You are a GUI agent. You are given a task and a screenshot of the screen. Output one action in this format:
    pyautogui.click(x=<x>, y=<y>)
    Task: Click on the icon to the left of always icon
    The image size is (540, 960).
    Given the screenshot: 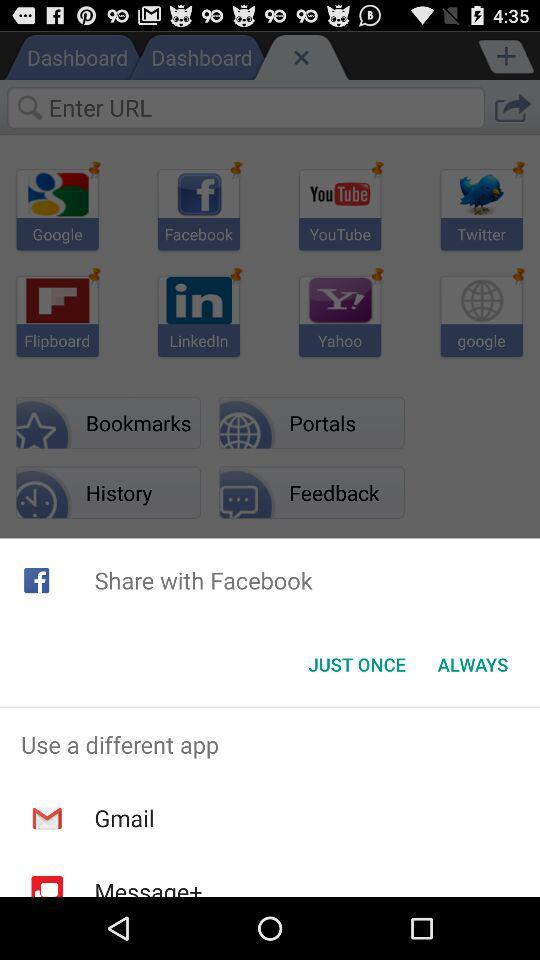 What is the action you would take?
    pyautogui.click(x=356, y=664)
    